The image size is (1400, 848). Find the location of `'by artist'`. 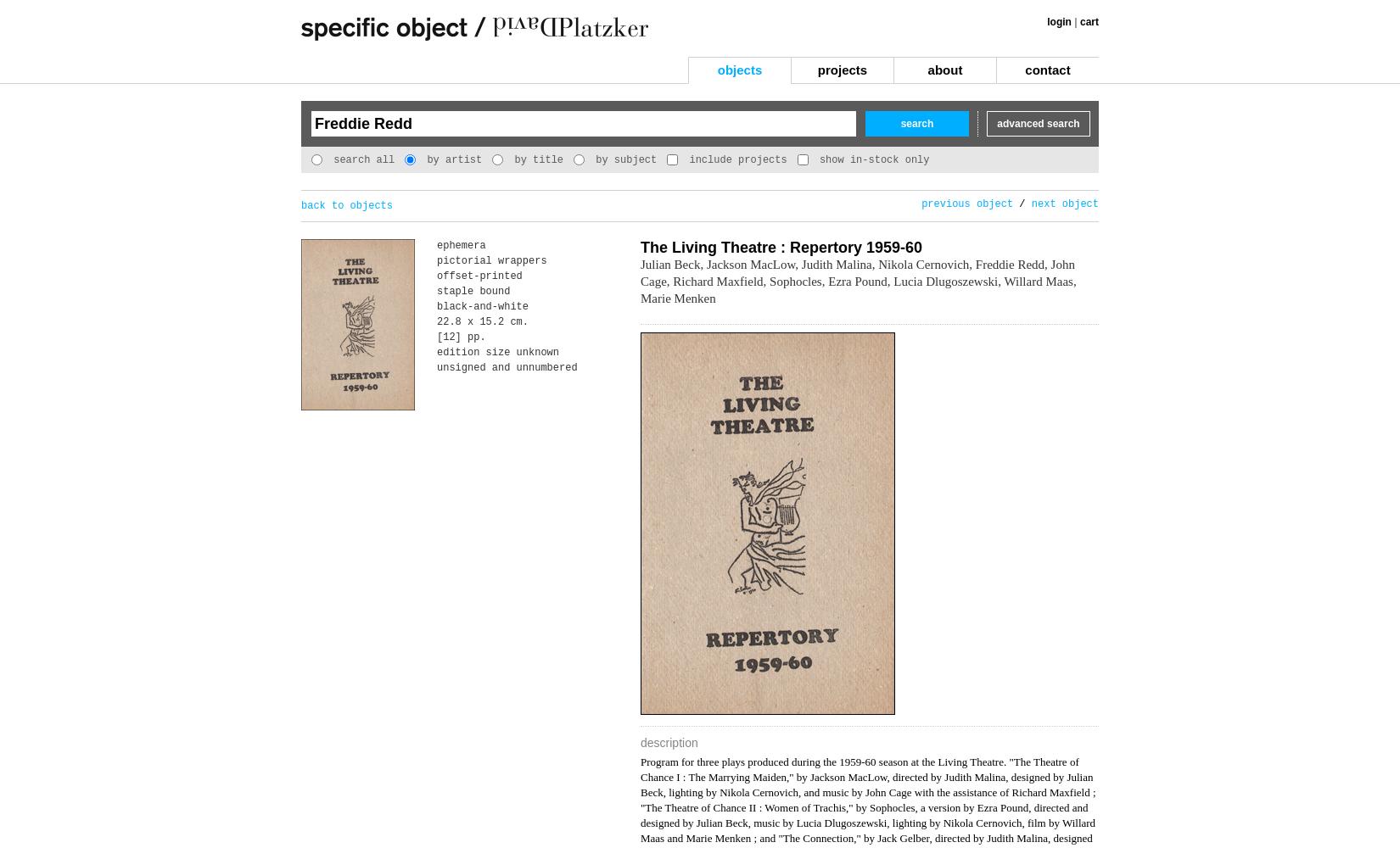

'by artist' is located at coordinates (450, 159).